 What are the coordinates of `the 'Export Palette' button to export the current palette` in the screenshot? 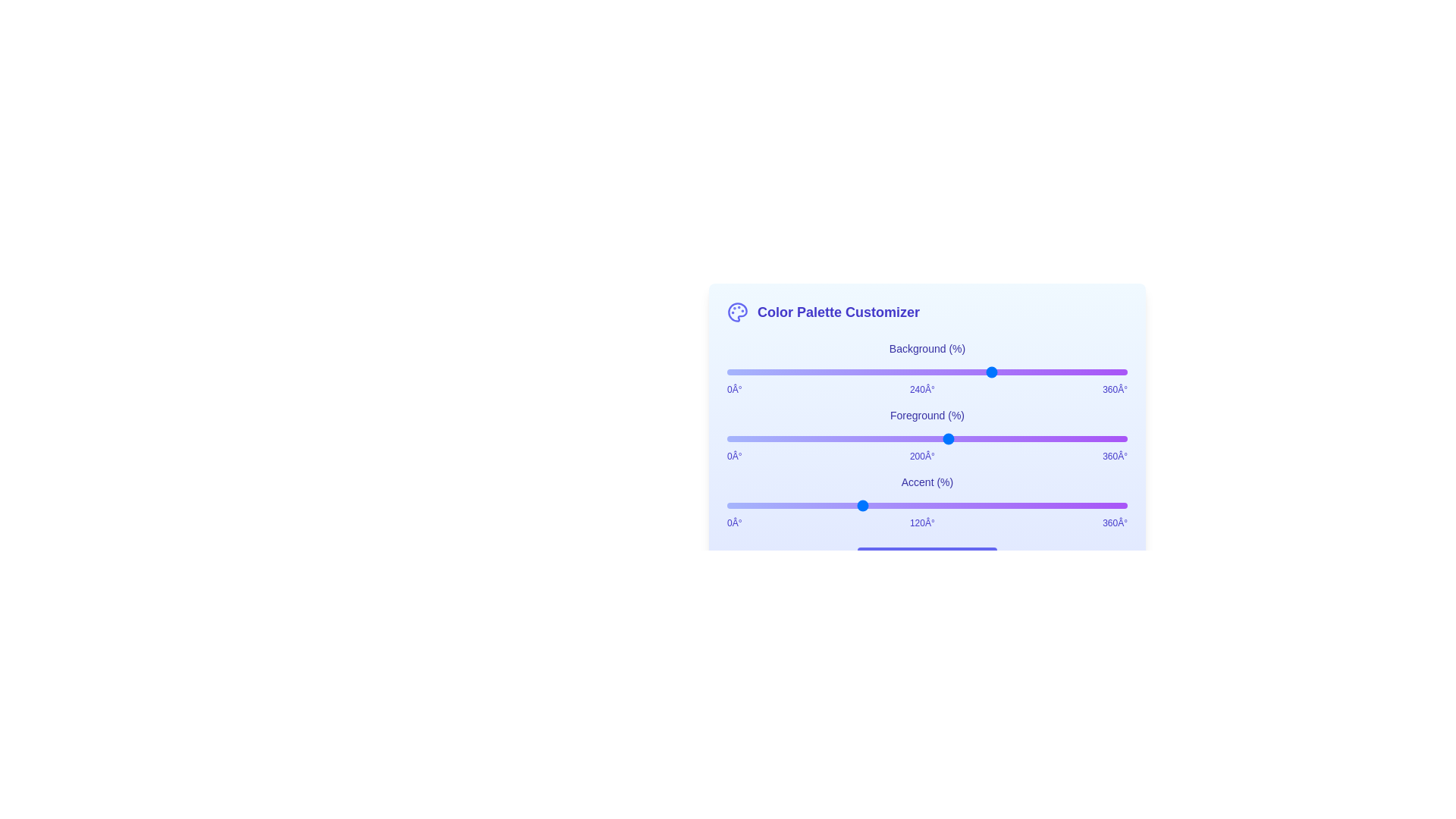 It's located at (927, 563).